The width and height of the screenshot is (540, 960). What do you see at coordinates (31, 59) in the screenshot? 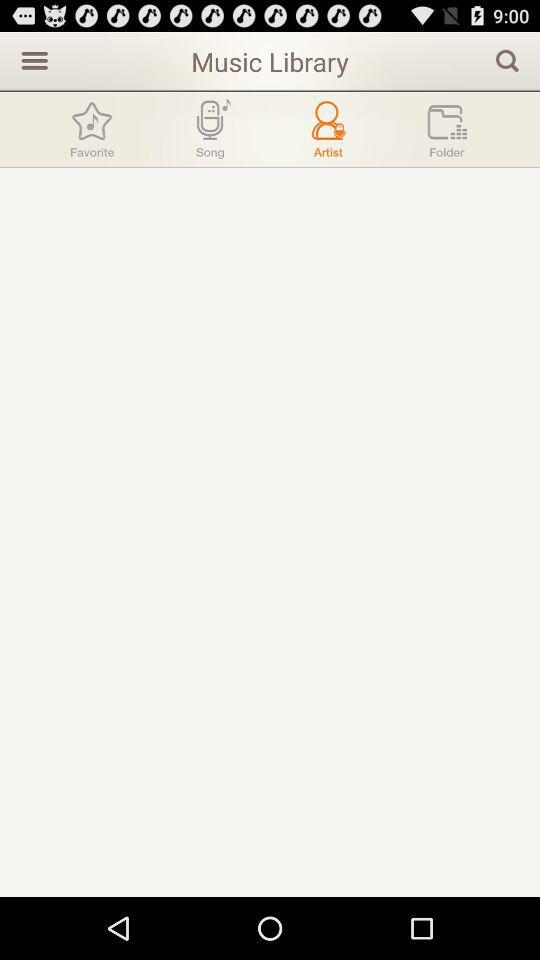
I see `menu option` at bounding box center [31, 59].